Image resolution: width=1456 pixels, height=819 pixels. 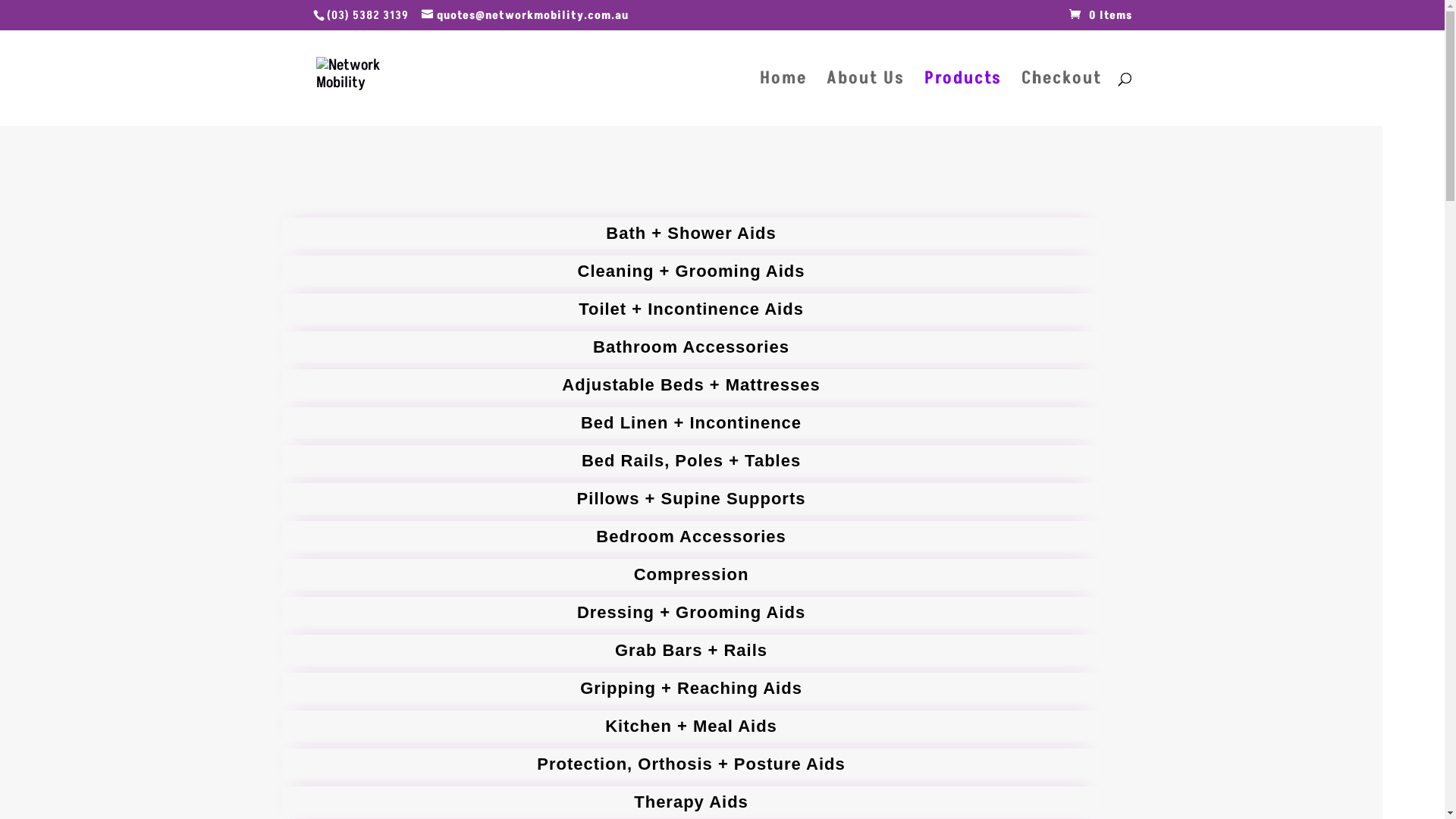 What do you see at coordinates (1059, 99) in the screenshot?
I see `'Checkout'` at bounding box center [1059, 99].